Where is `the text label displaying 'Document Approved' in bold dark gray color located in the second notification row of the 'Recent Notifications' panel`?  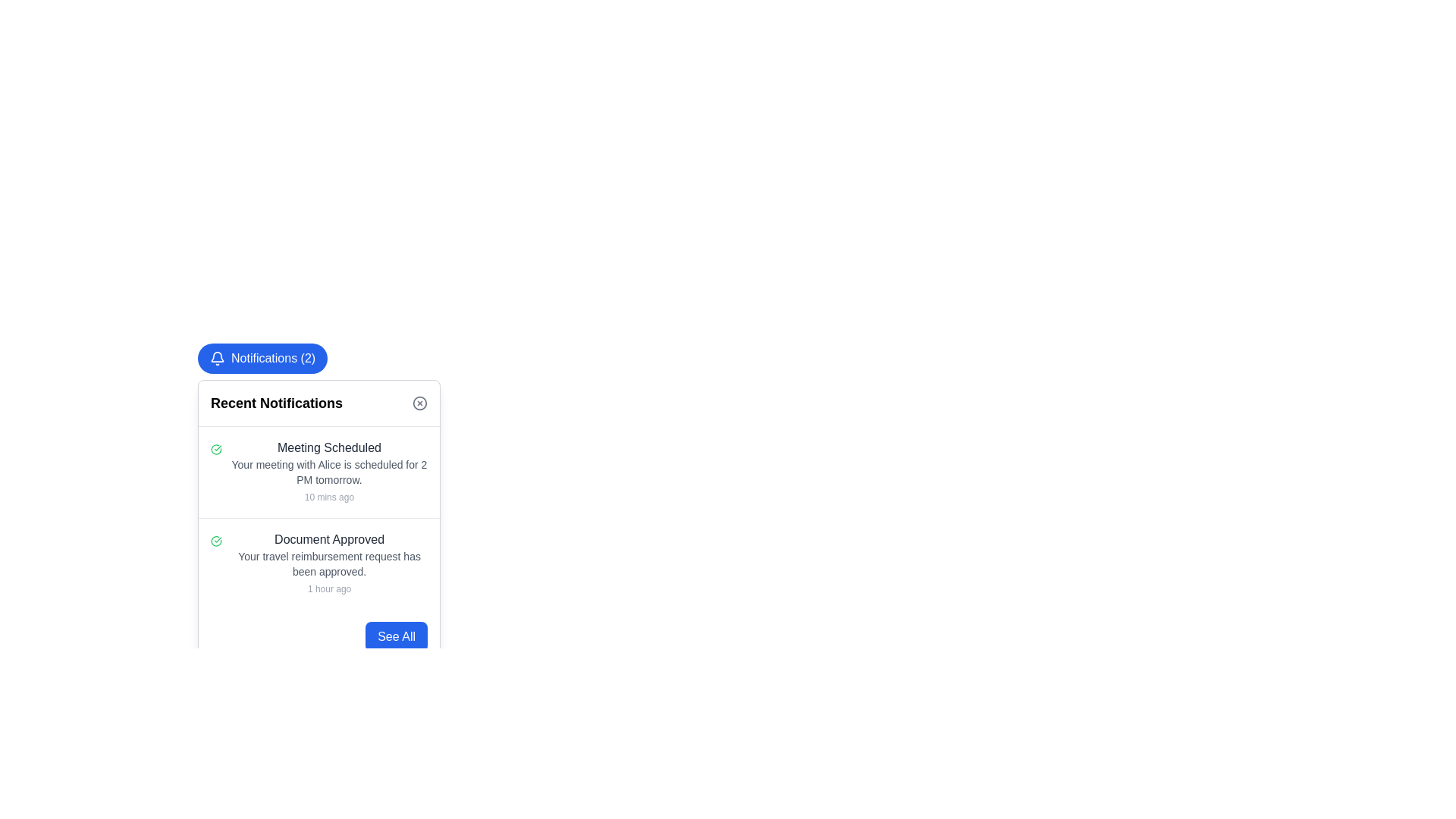 the text label displaying 'Document Approved' in bold dark gray color located in the second notification row of the 'Recent Notifications' panel is located at coordinates (328, 539).